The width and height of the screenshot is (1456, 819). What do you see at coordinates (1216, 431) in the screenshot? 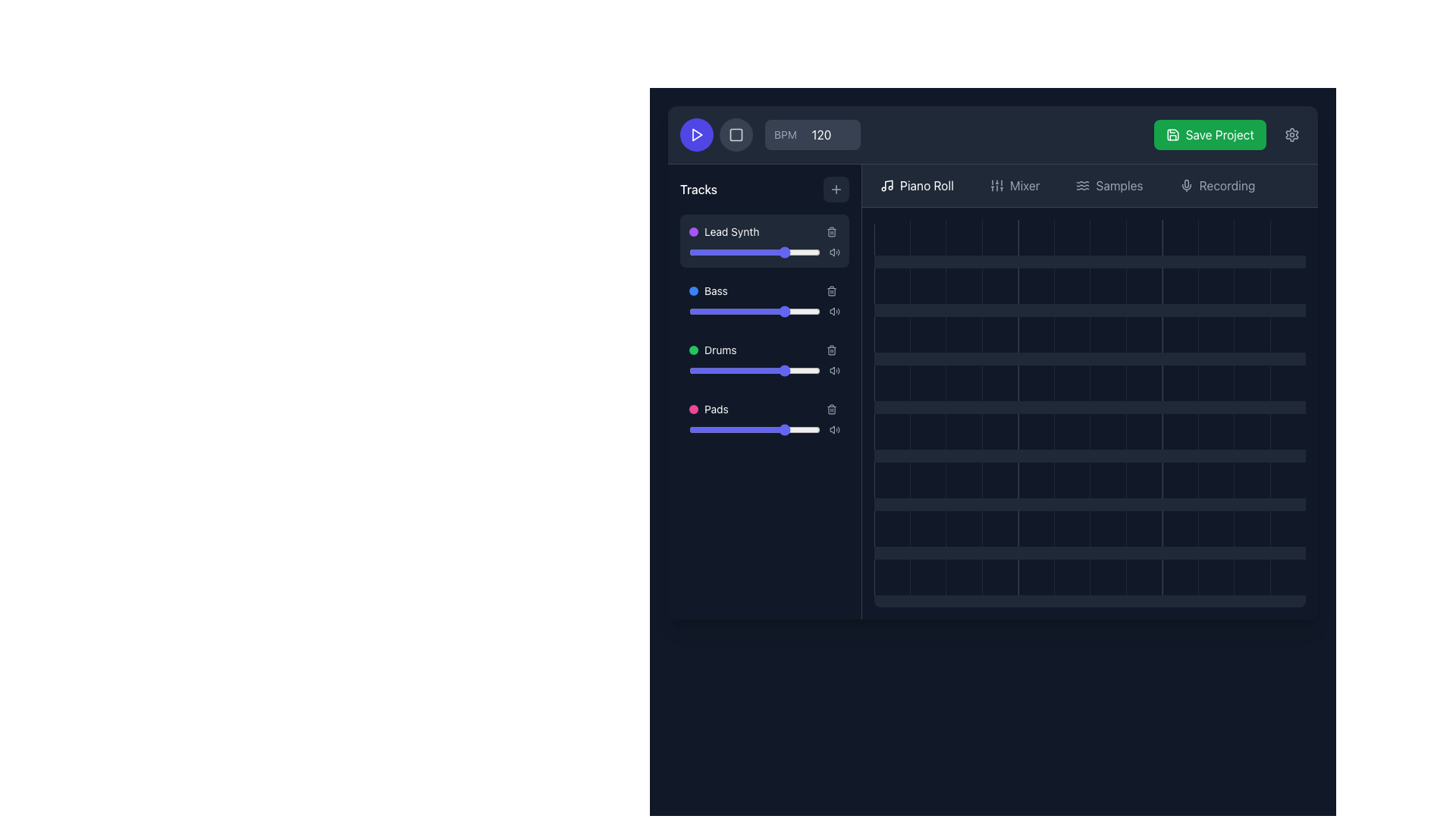
I see `the grid cell located in the 10th column of the 5th row` at bounding box center [1216, 431].